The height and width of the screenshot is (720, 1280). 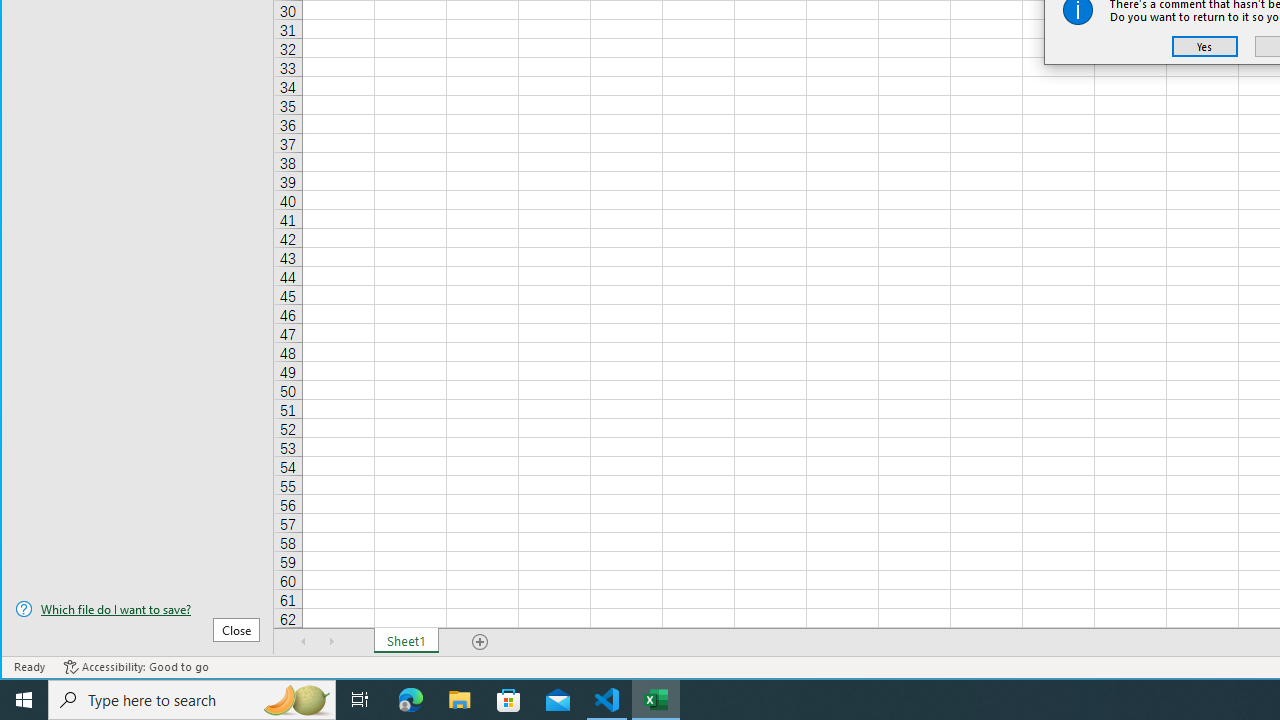 I want to click on 'Accessibility Checker Accessibility: Good to go', so click(x=135, y=667).